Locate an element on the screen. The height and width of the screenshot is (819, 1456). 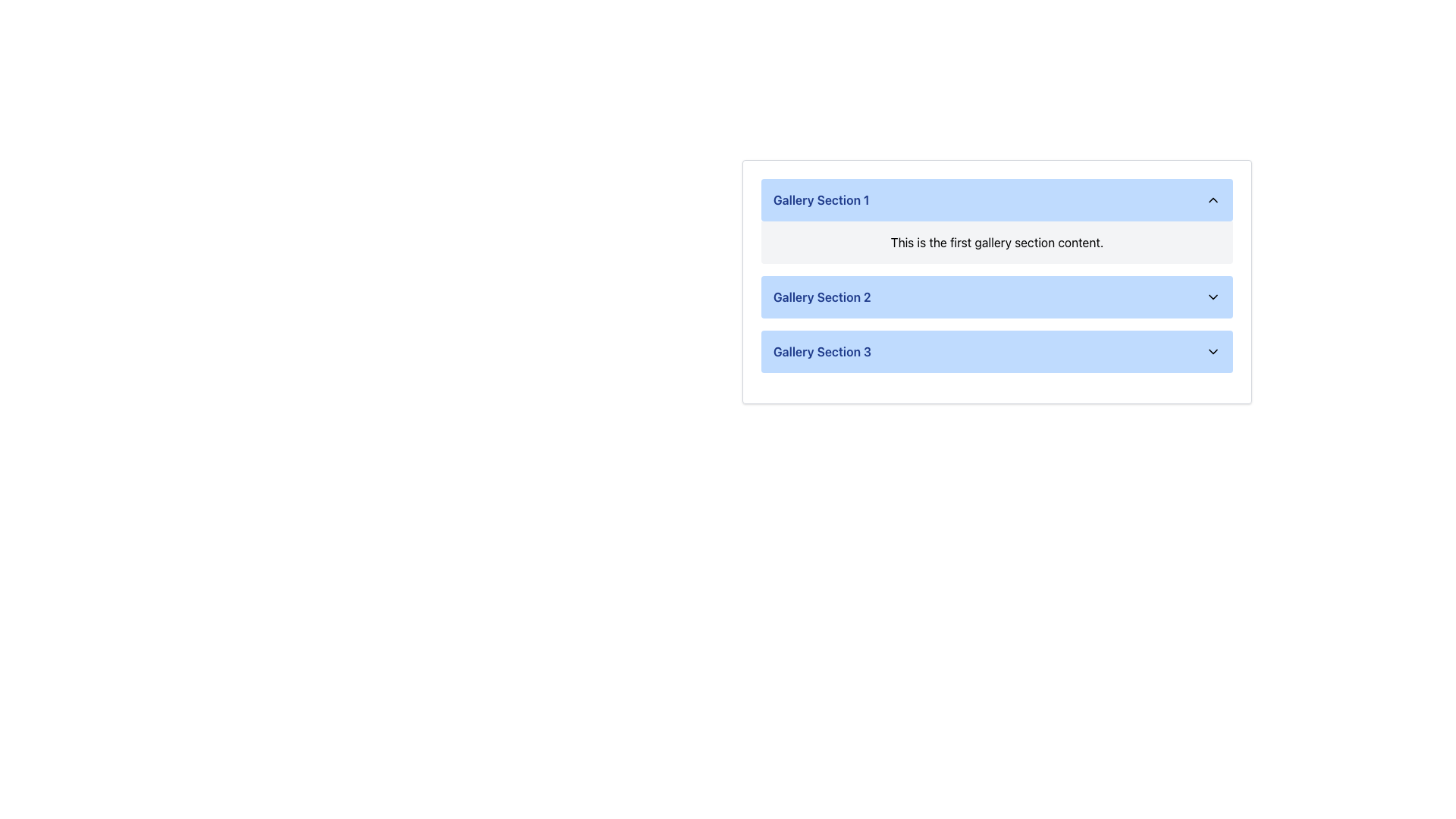
the Collapsible Section Header titled 'Gallery Section 2' for keyboard navigation is located at coordinates (997, 297).